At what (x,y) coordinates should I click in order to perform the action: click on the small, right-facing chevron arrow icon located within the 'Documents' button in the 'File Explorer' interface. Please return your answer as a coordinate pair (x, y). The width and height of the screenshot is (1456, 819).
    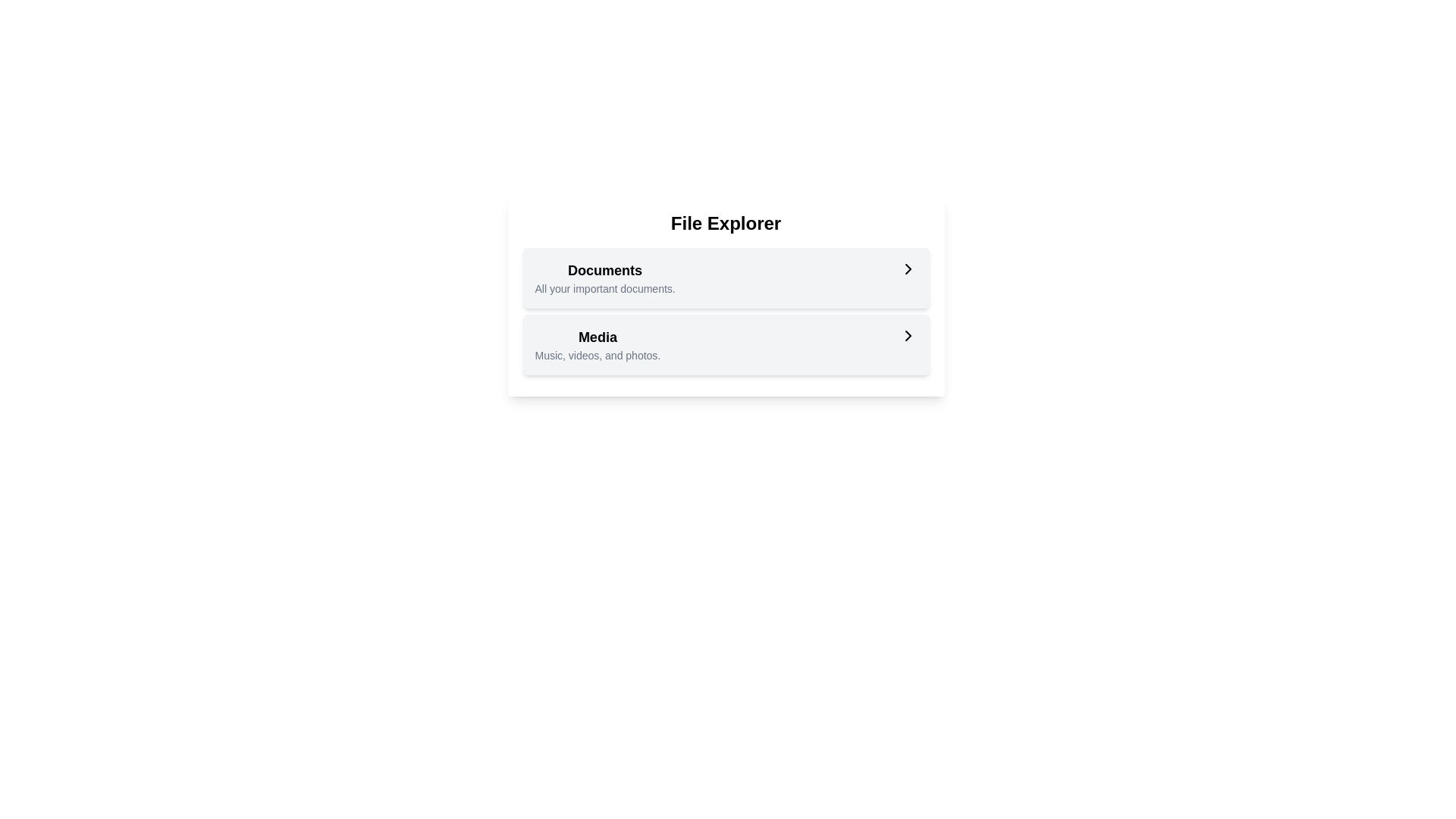
    Looking at the image, I should click on (908, 268).